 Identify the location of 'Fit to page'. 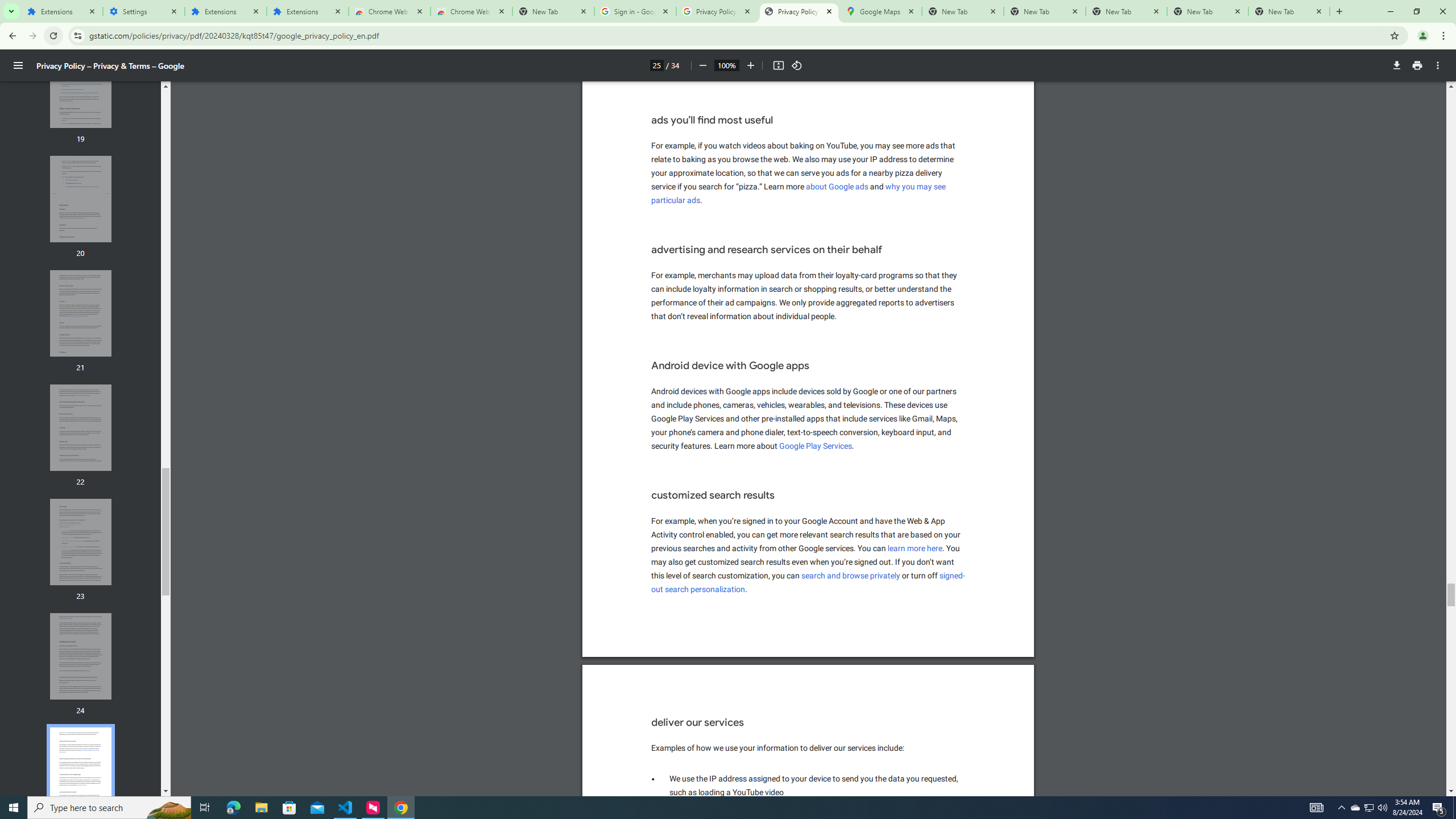
(777, 65).